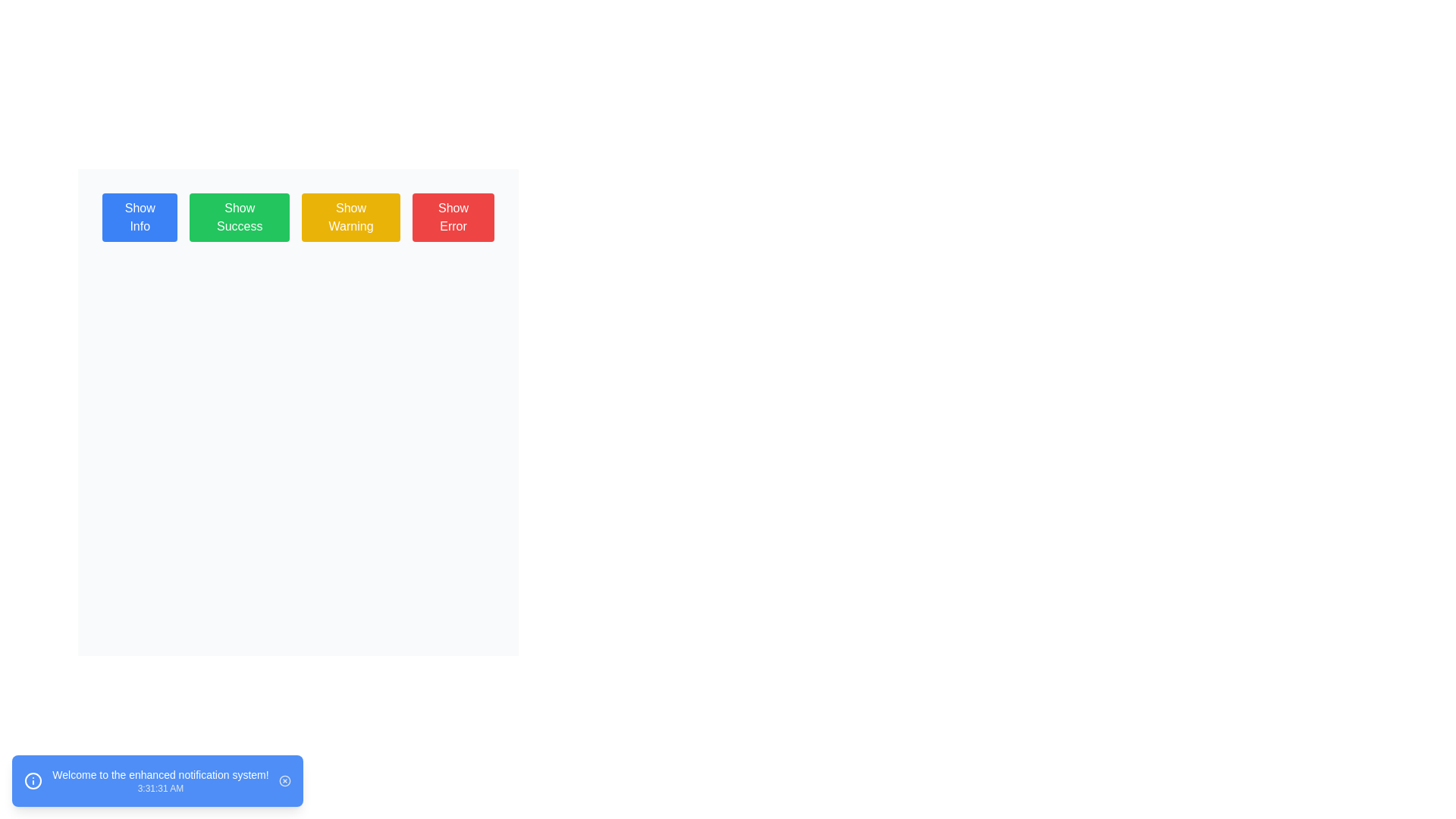  What do you see at coordinates (140, 217) in the screenshot?
I see `the first button in the group of four horizontally-aligned buttons` at bounding box center [140, 217].